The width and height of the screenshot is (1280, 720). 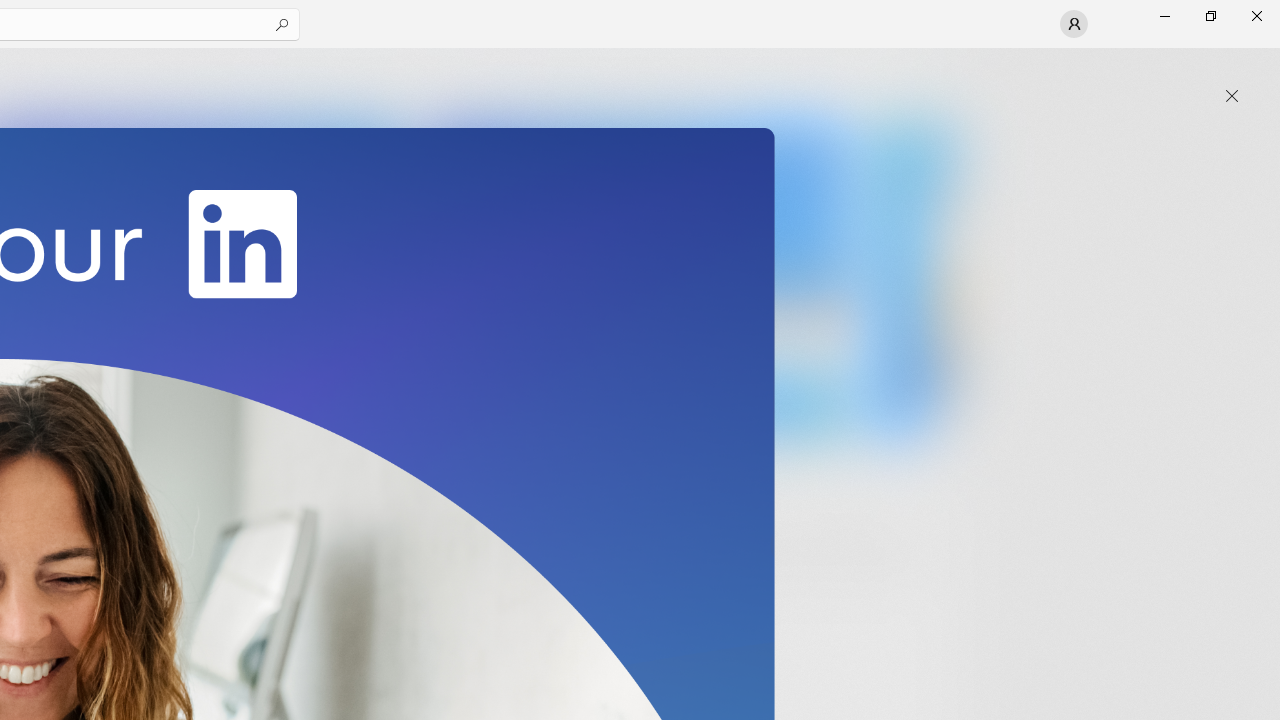 I want to click on 'User profile', so click(x=1072, y=24).